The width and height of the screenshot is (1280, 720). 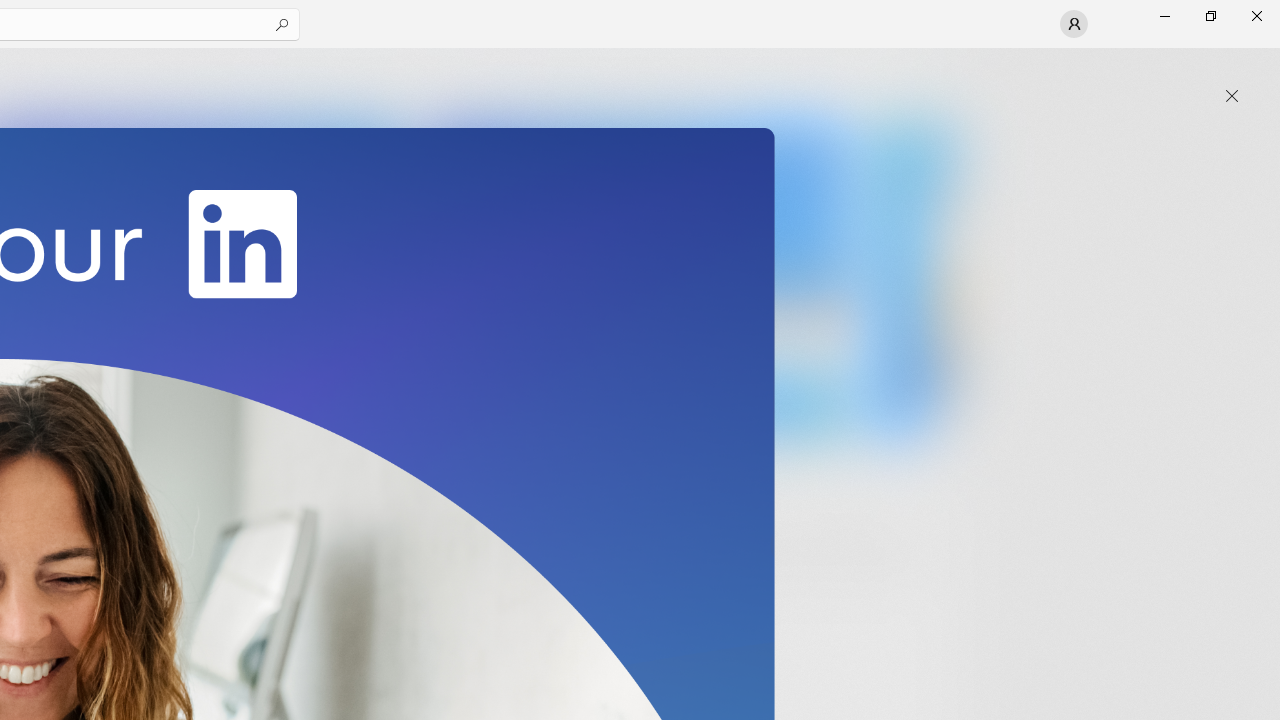 I want to click on 'User profile', so click(x=1072, y=24).